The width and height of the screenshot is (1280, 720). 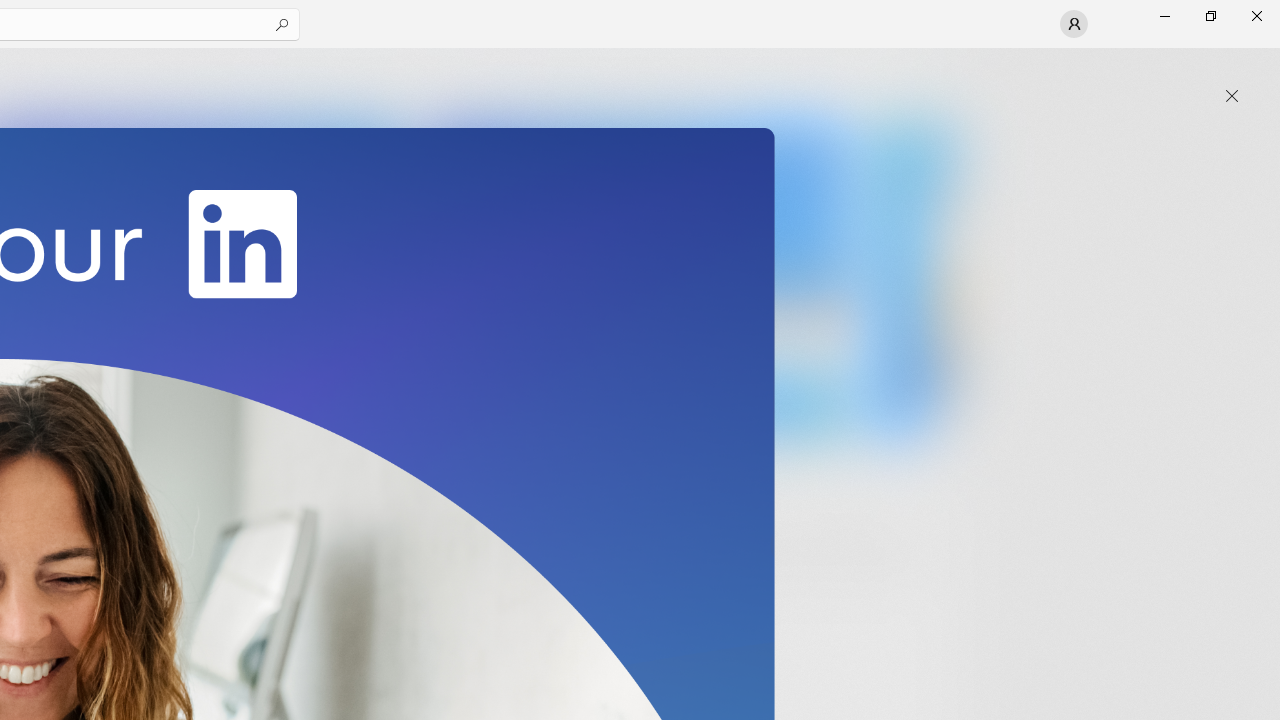 I want to click on 'User profile', so click(x=1072, y=24).